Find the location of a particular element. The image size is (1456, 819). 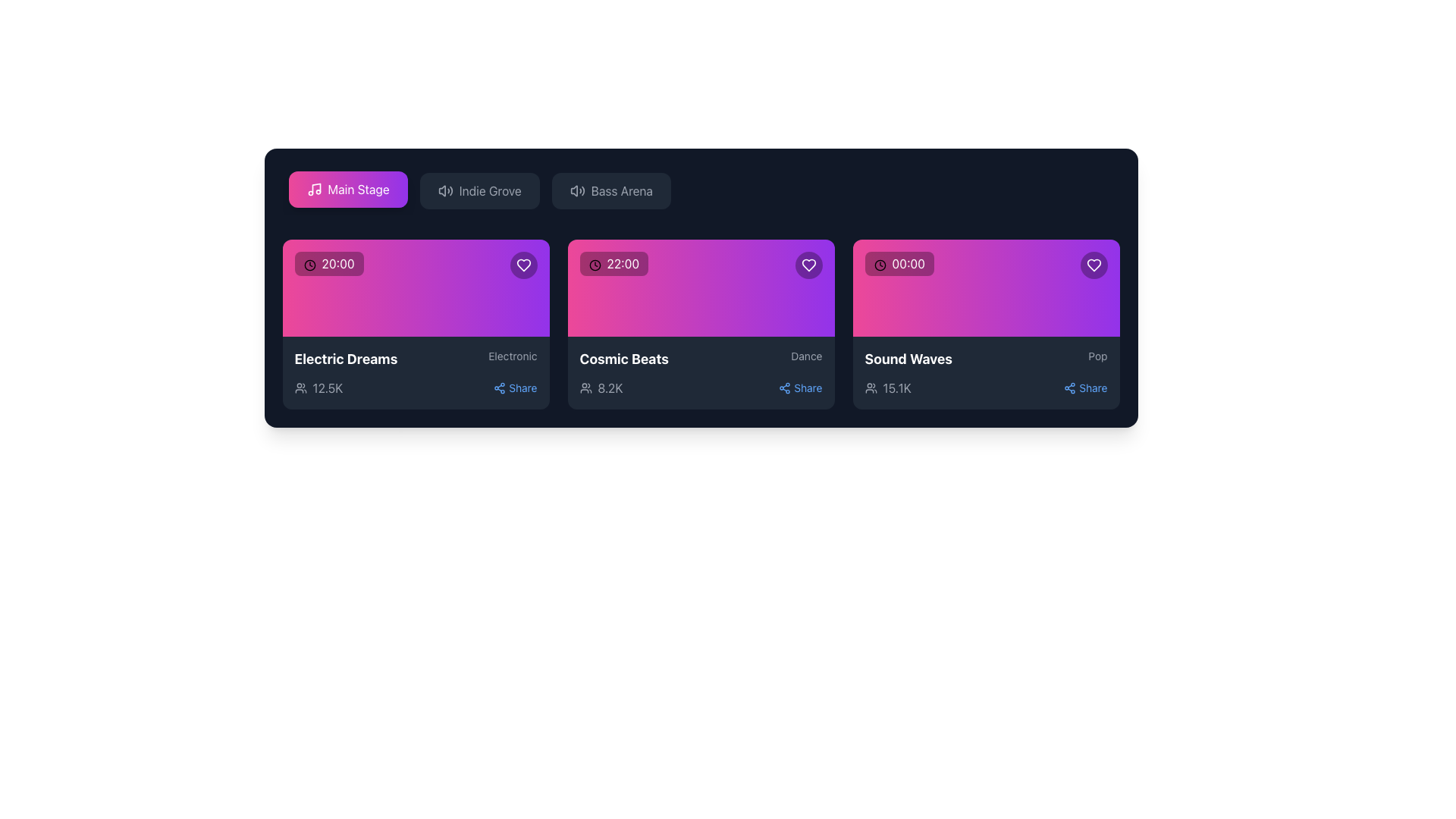

the text label displaying the start time of the associated event or session, located at the top left of the rectangular card section is located at coordinates (328, 262).